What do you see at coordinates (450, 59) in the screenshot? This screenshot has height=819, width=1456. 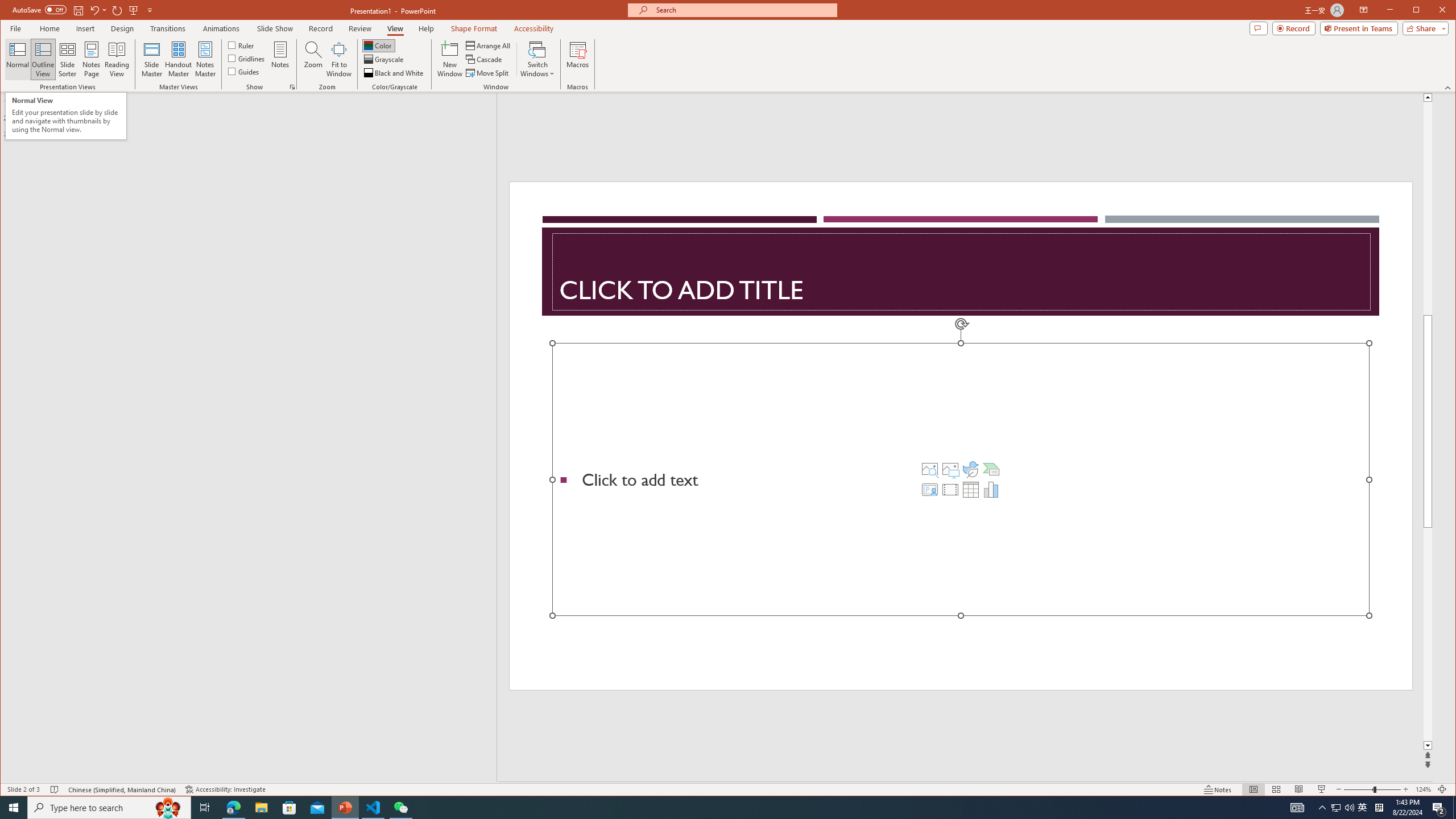 I see `'New Window'` at bounding box center [450, 59].